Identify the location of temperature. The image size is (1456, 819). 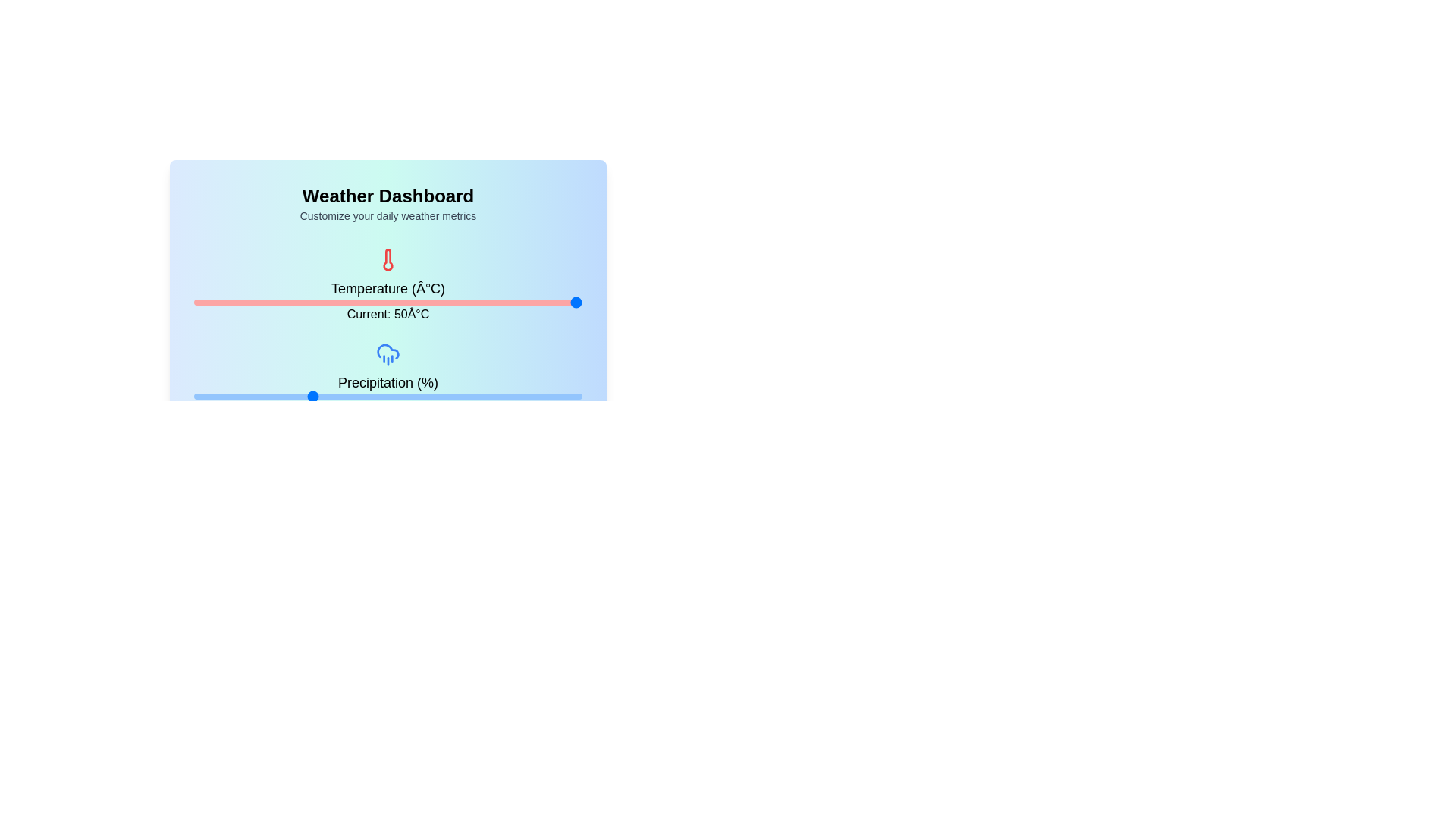
(470, 302).